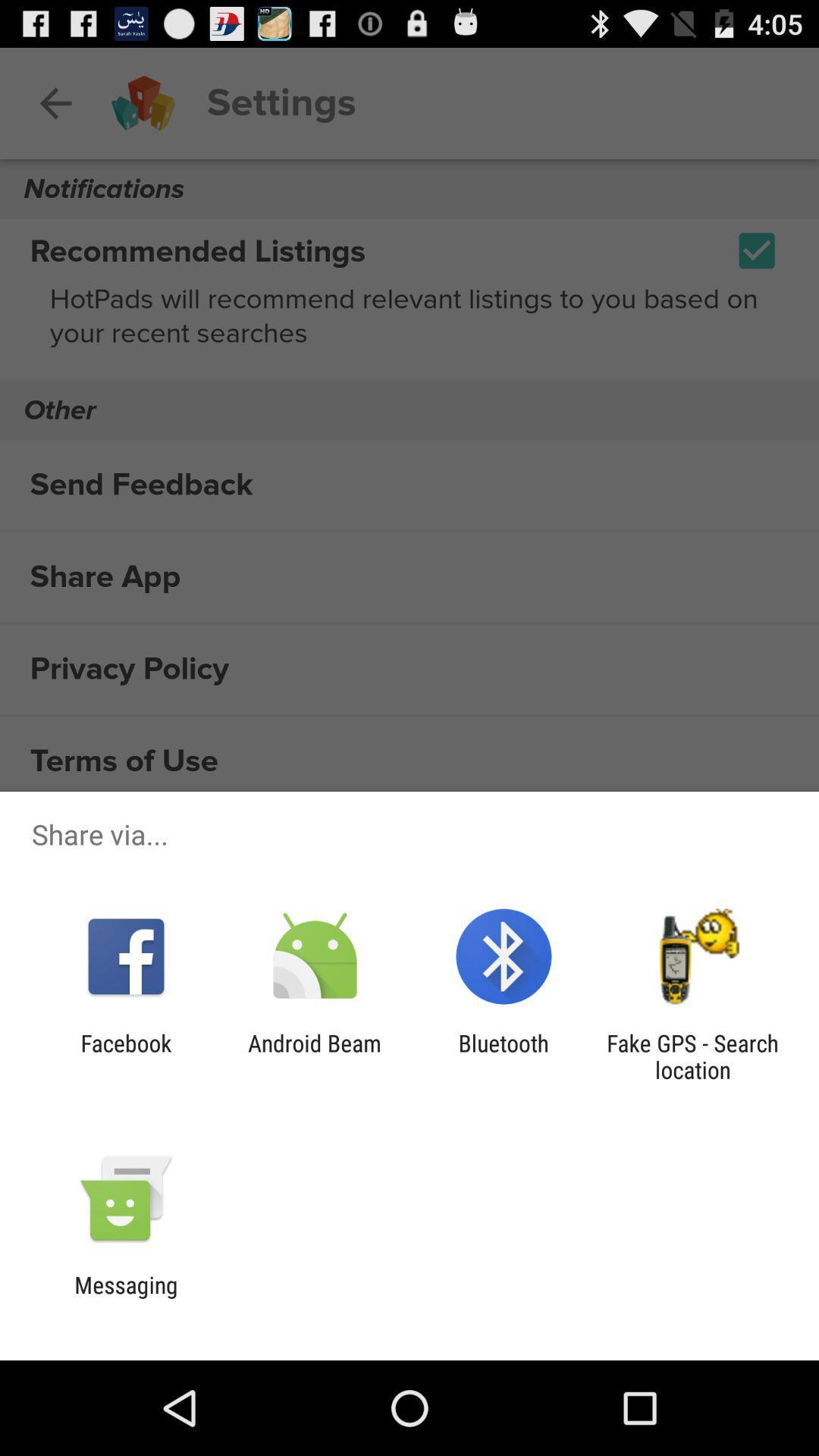 This screenshot has height=1456, width=819. Describe the element at coordinates (504, 1056) in the screenshot. I see `the icon to the right of android beam` at that location.